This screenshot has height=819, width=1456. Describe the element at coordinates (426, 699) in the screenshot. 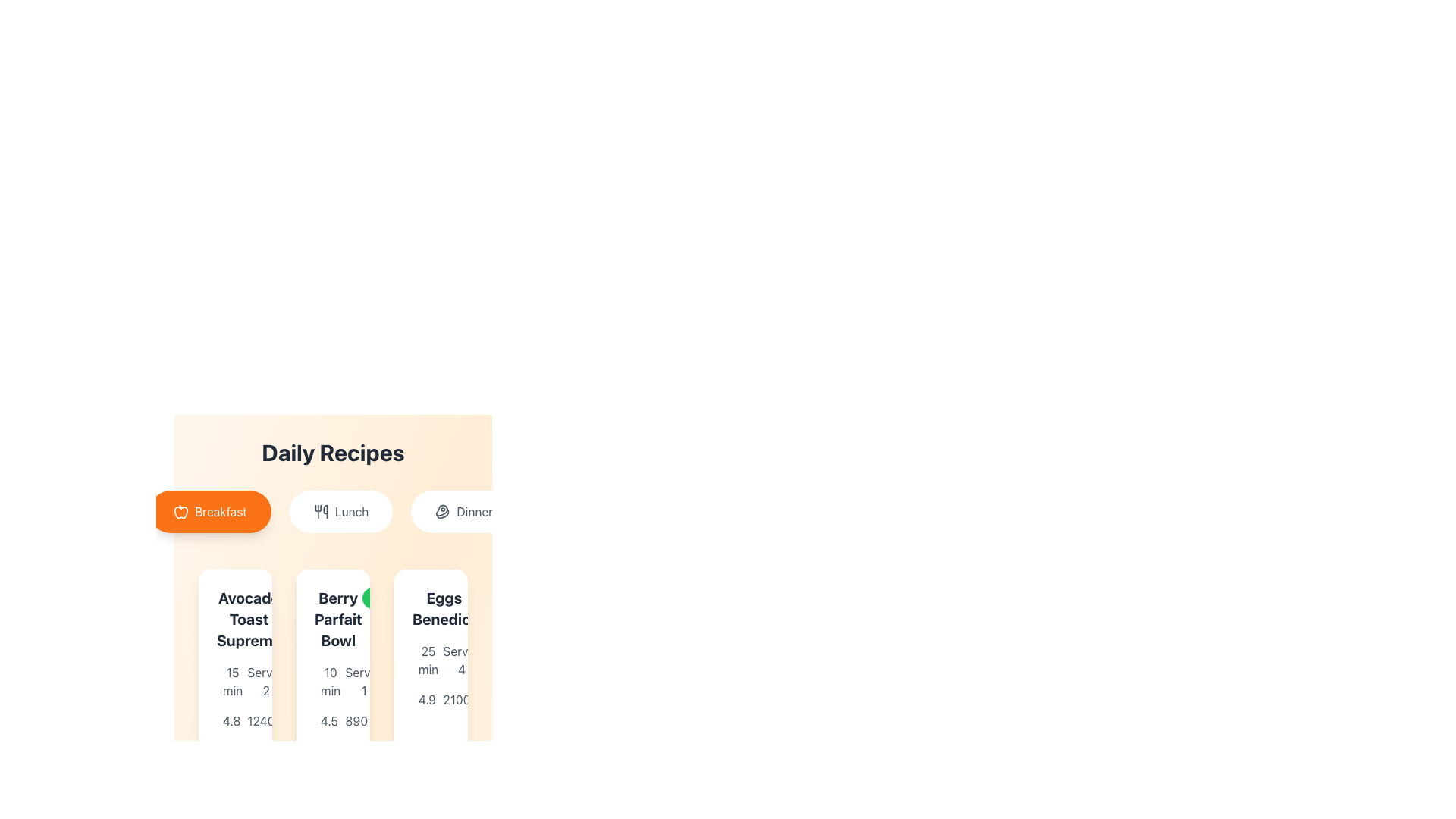

I see `displayed rating or score from the Text Display located near the bottom-right corner of the 'Eggs Benedict' recipe card in the 'Daily Recipes' section` at that location.